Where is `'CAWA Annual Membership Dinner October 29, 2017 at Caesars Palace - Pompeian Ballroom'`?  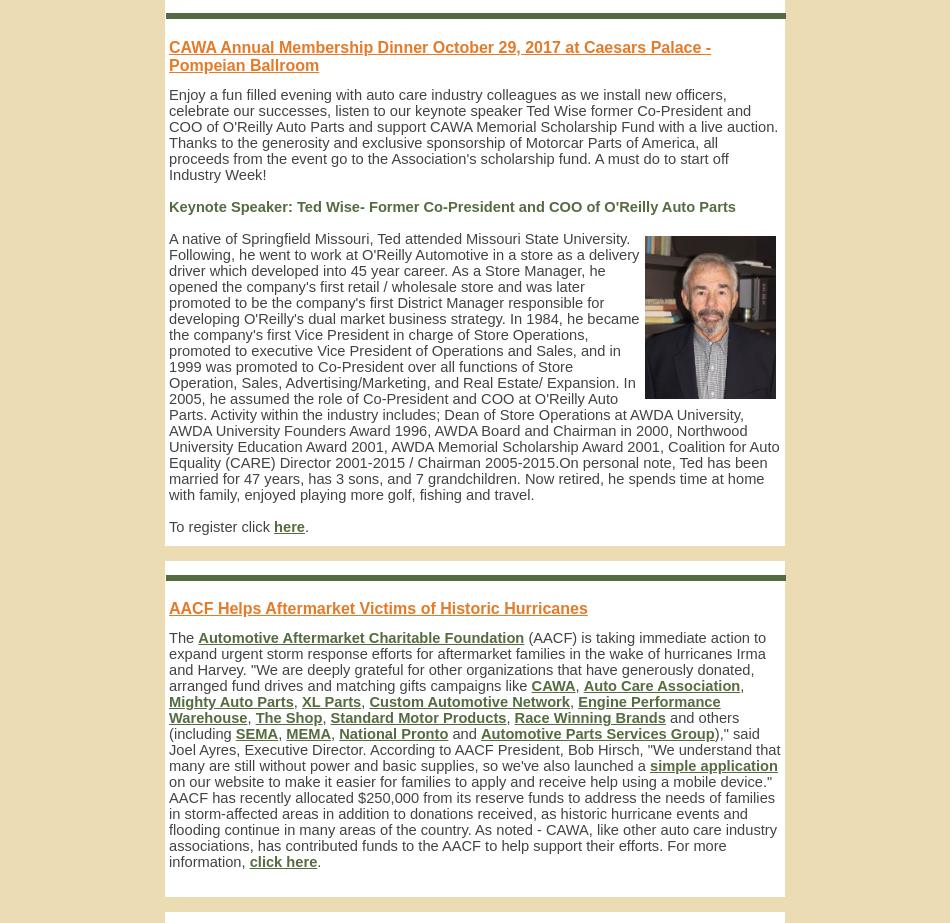
'CAWA Annual Membership Dinner October 29, 2017 at Caesars Palace - Pompeian Ballroom' is located at coordinates (439, 55).